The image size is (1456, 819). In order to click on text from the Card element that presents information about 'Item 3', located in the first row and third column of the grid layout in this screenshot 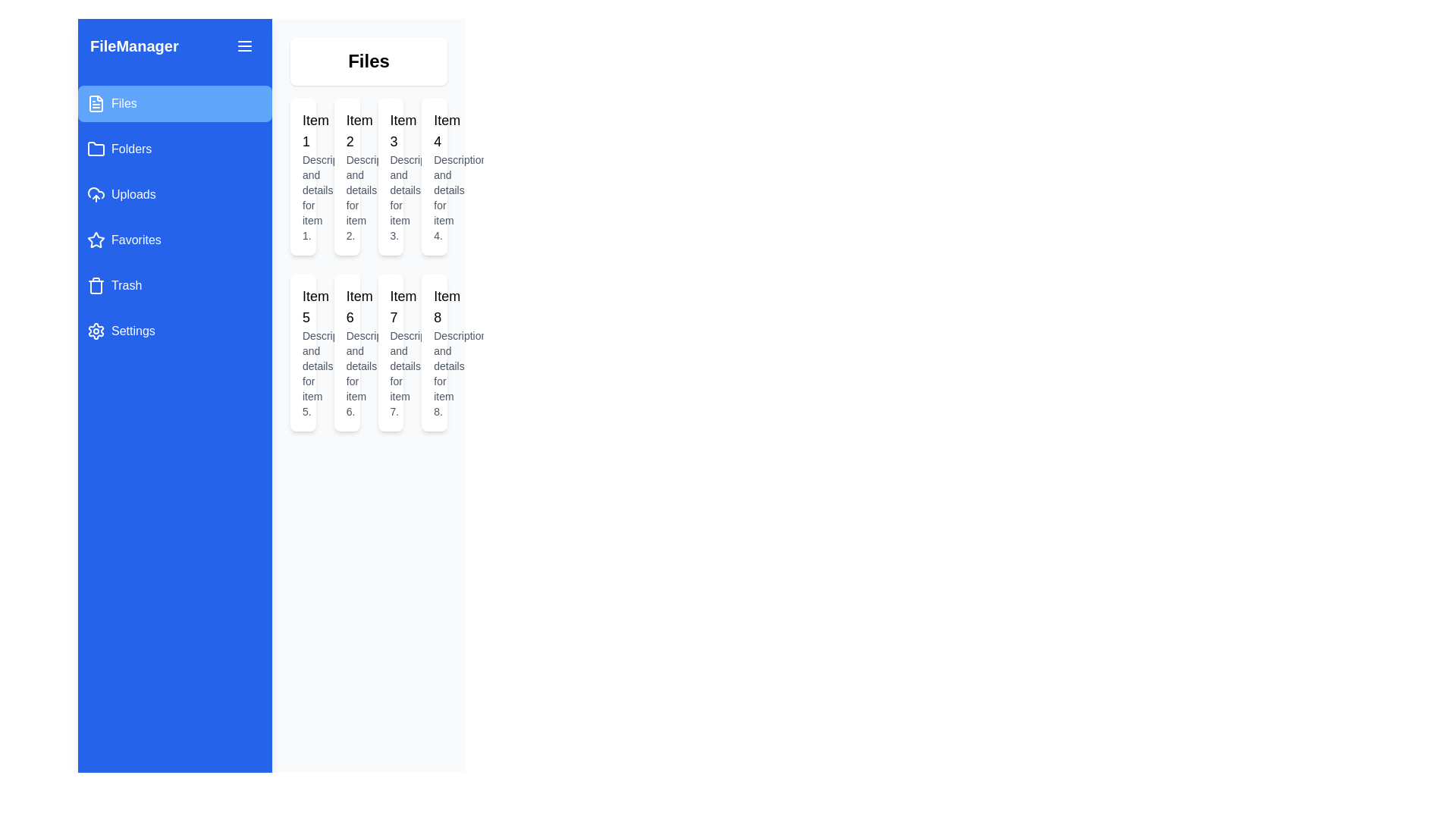, I will do `click(391, 175)`.